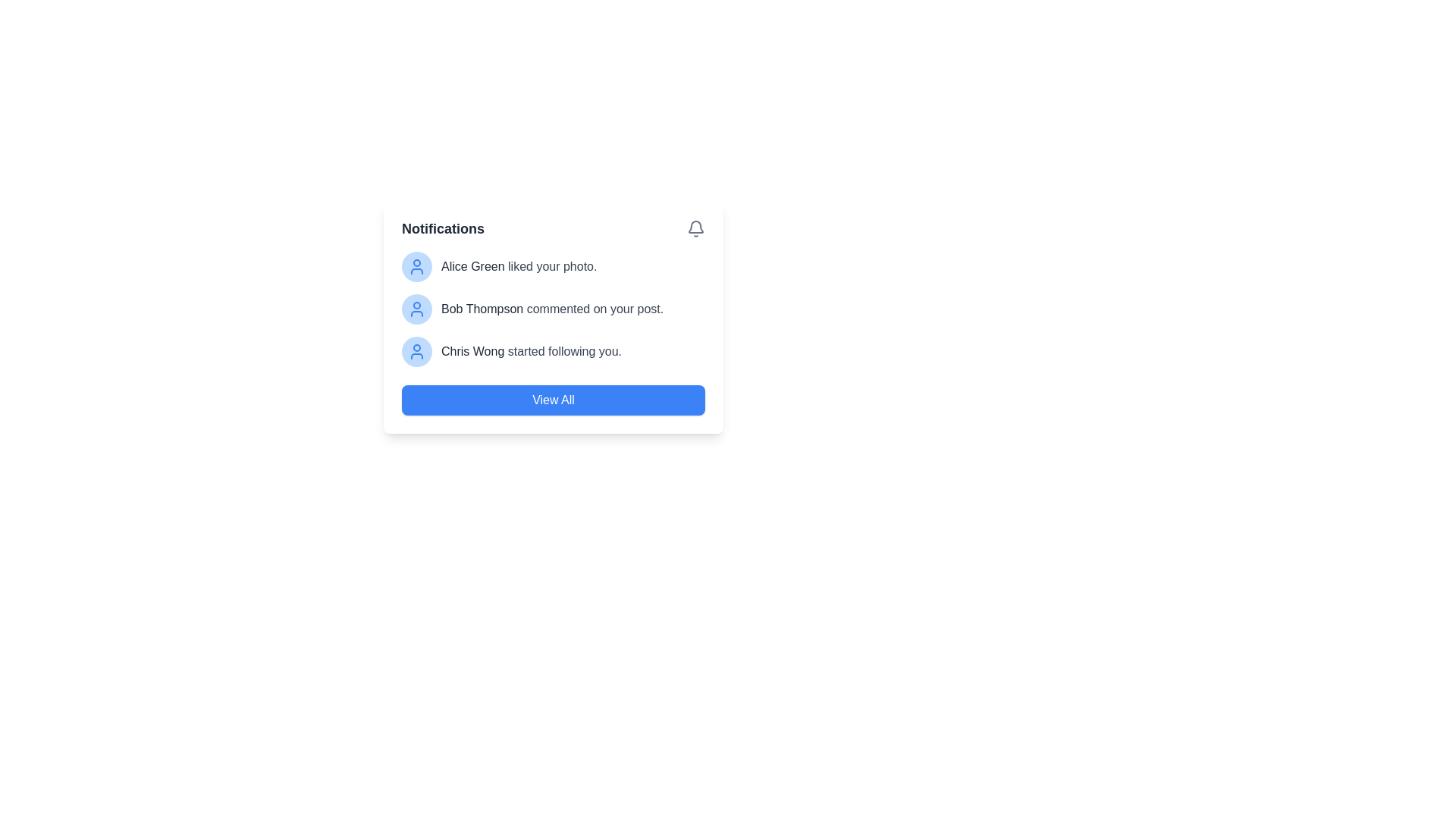  I want to click on the circular blue user profile icon representing Bob Thompson's avatar, located to the left of the notification text 'Bob Thompson commented on your post', to redirect to the user's profile, so click(417, 309).